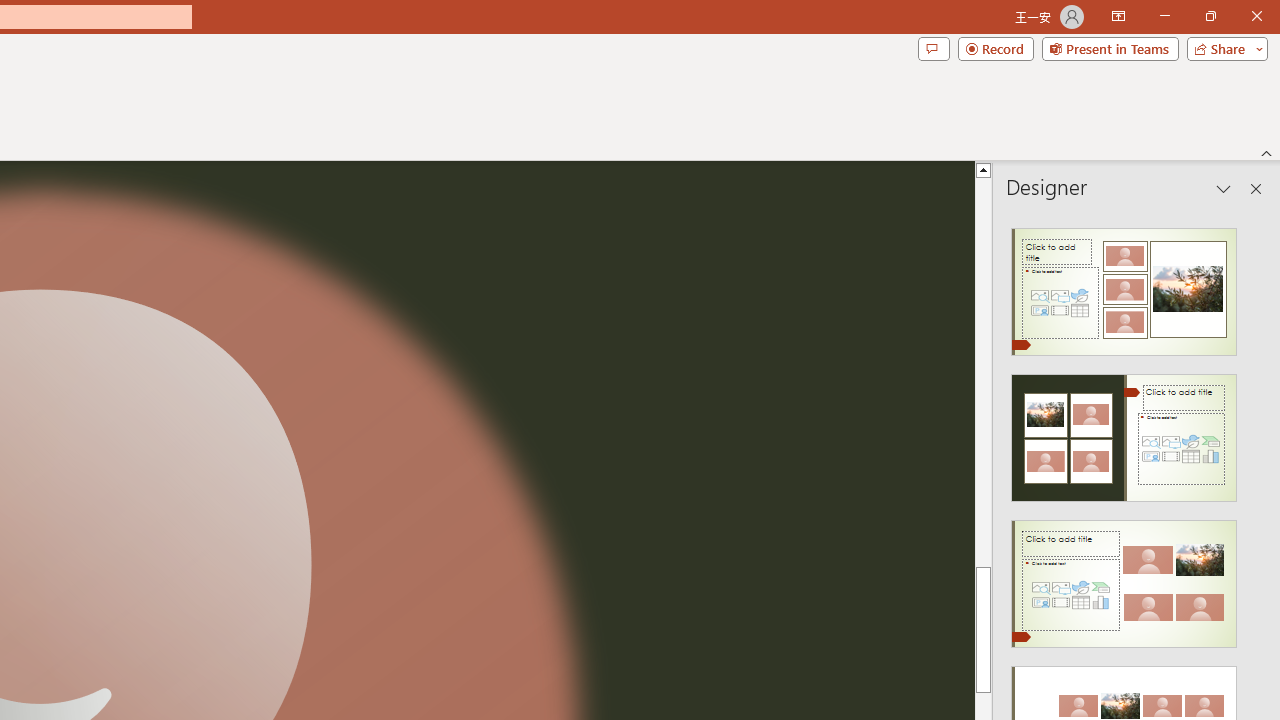 This screenshot has width=1280, height=720. Describe the element at coordinates (983, 168) in the screenshot. I see `'Line up'` at that location.